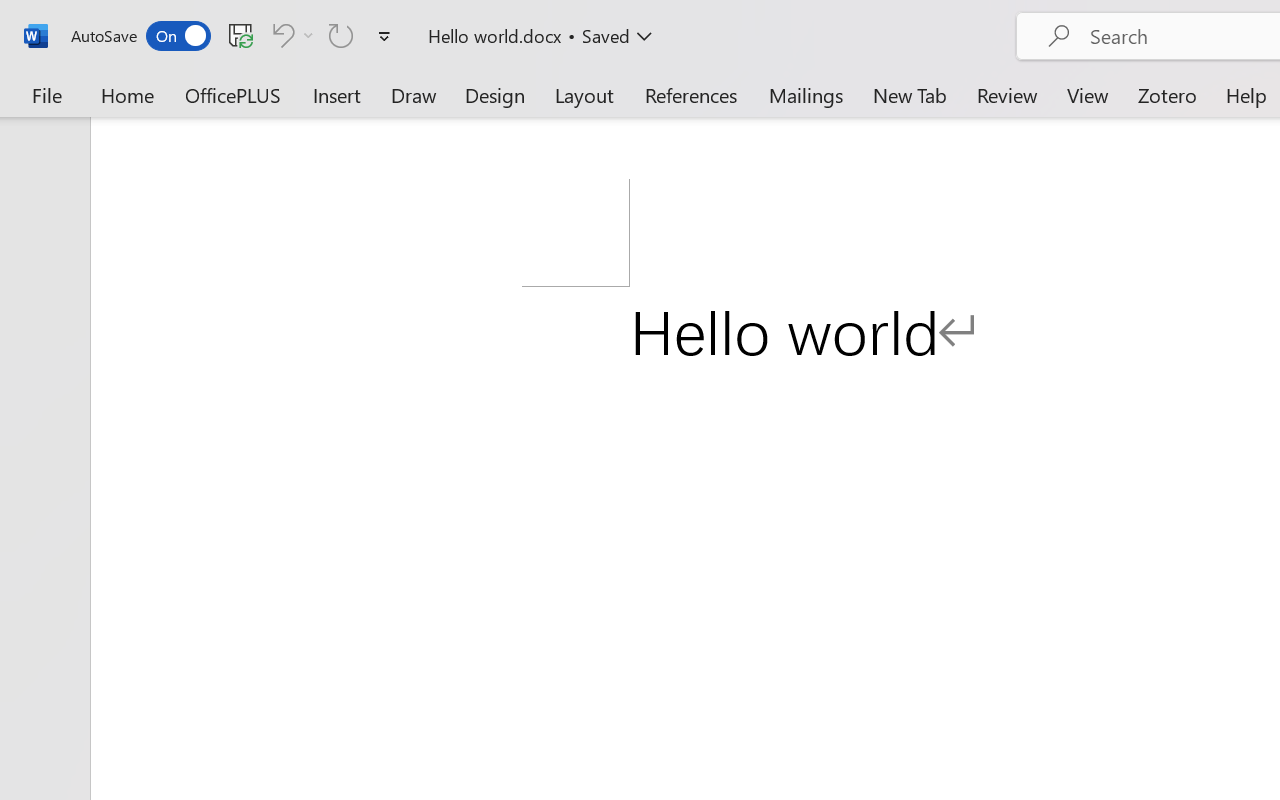 Image resolution: width=1280 pixels, height=800 pixels. I want to click on 'Review', so click(1007, 94).